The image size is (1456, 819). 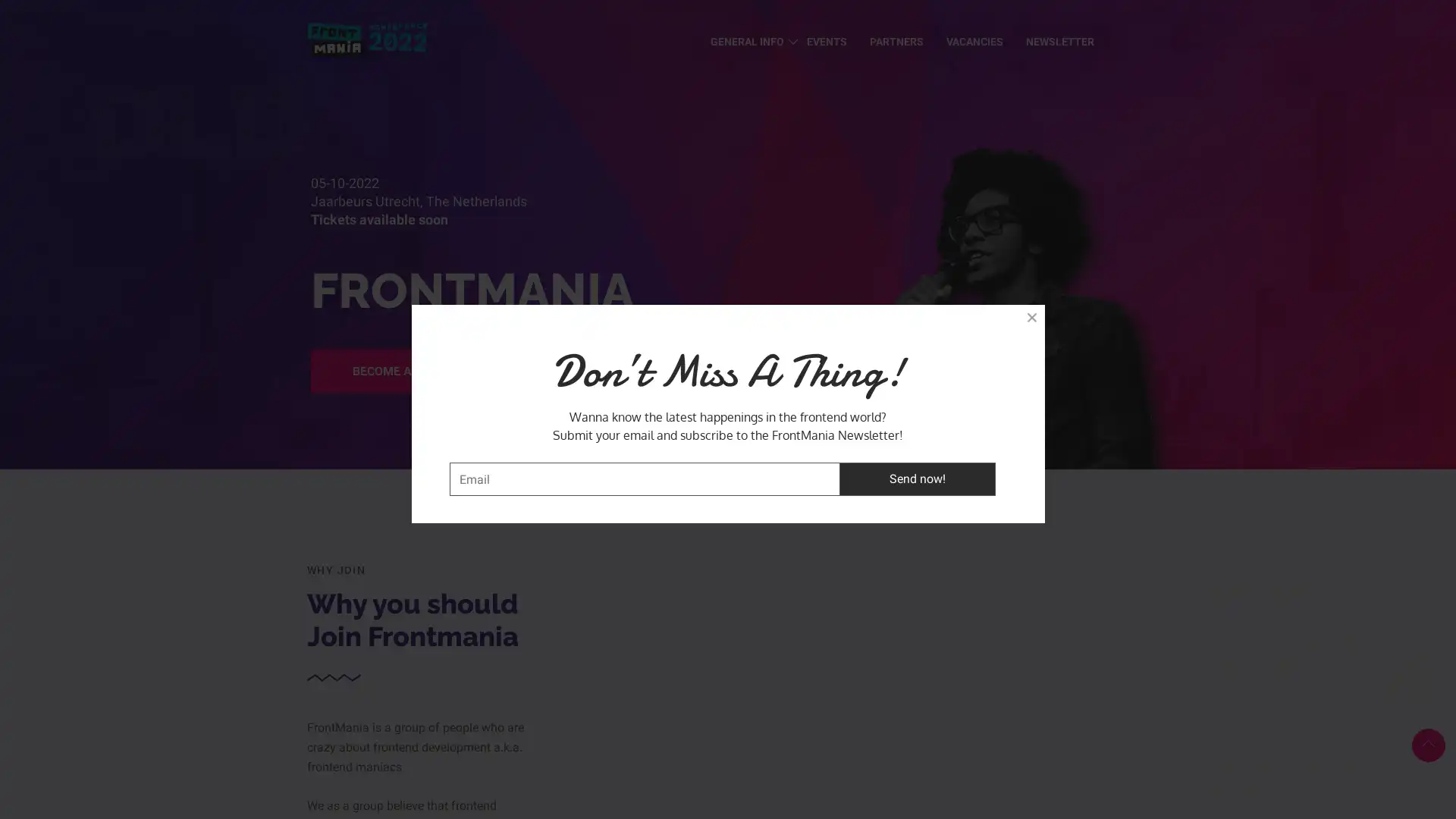 I want to click on Send now!, so click(x=916, y=479).